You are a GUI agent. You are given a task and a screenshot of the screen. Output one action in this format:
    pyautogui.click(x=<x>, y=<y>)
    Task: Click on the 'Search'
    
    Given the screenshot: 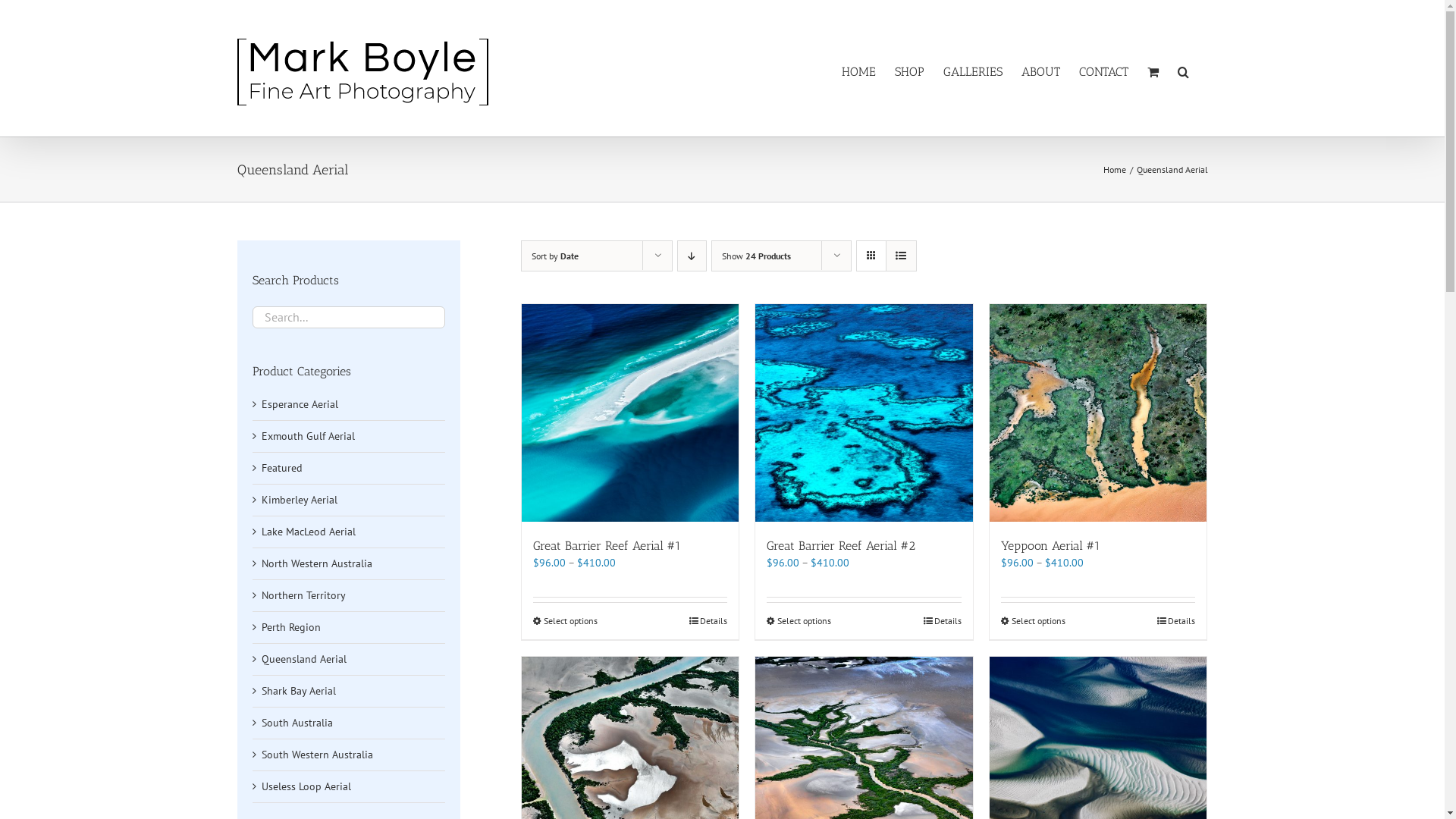 What is the action you would take?
    pyautogui.click(x=1181, y=72)
    